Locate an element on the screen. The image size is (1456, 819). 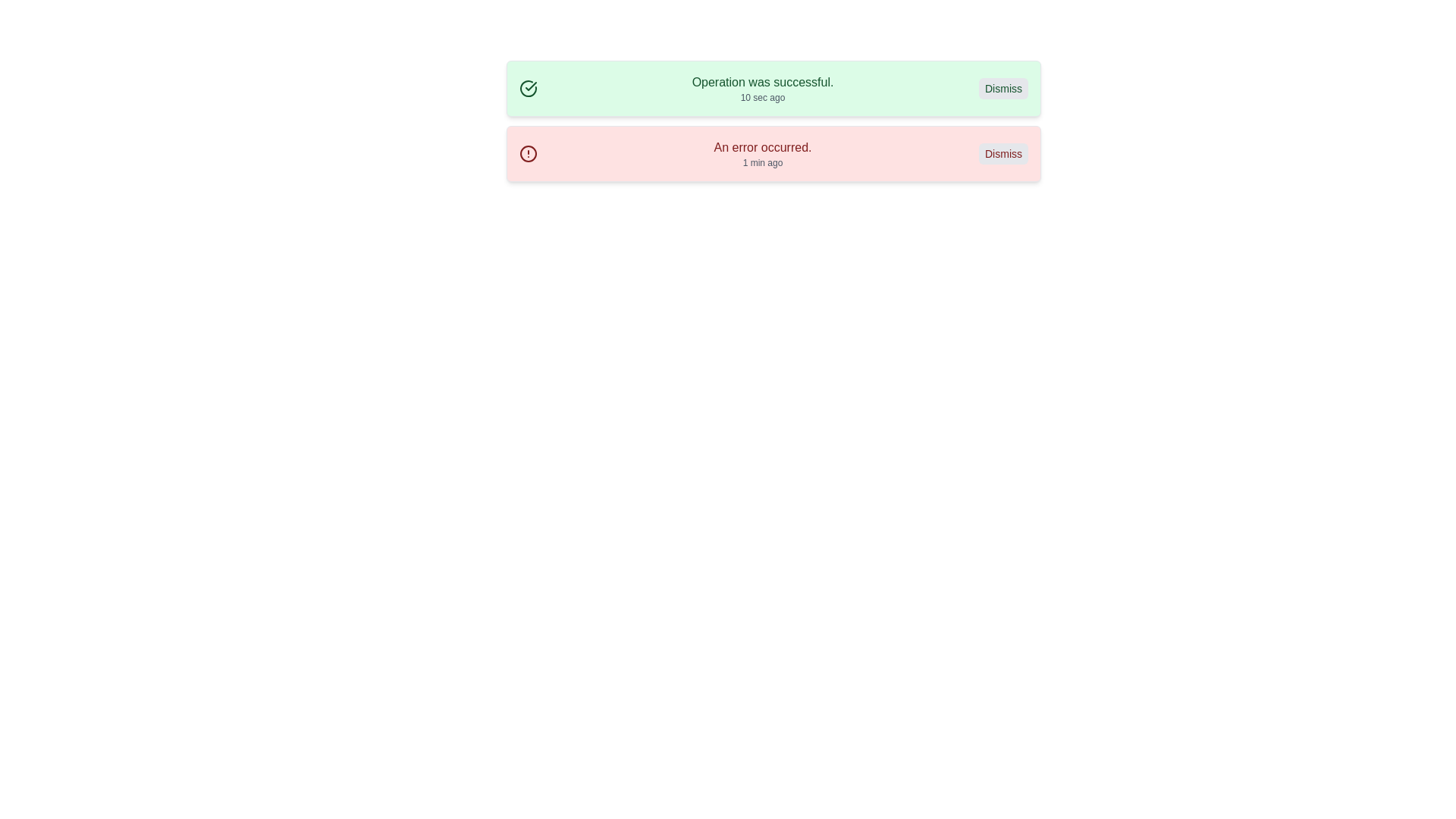
text displayed in the error notification labeled 'An error occurred.' which is prominently styled on a light red background is located at coordinates (763, 148).